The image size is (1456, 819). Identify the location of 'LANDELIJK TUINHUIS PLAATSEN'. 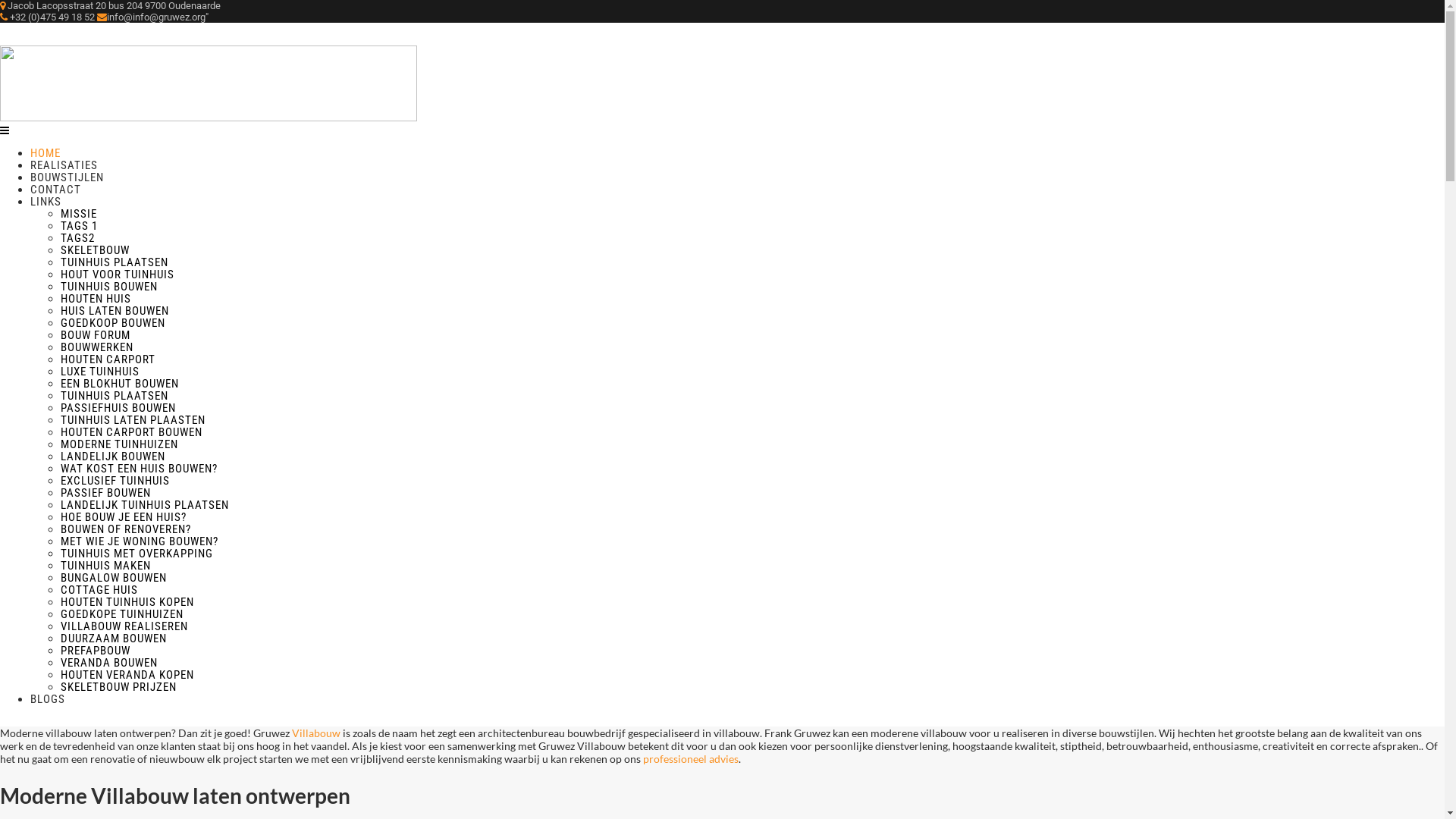
(145, 505).